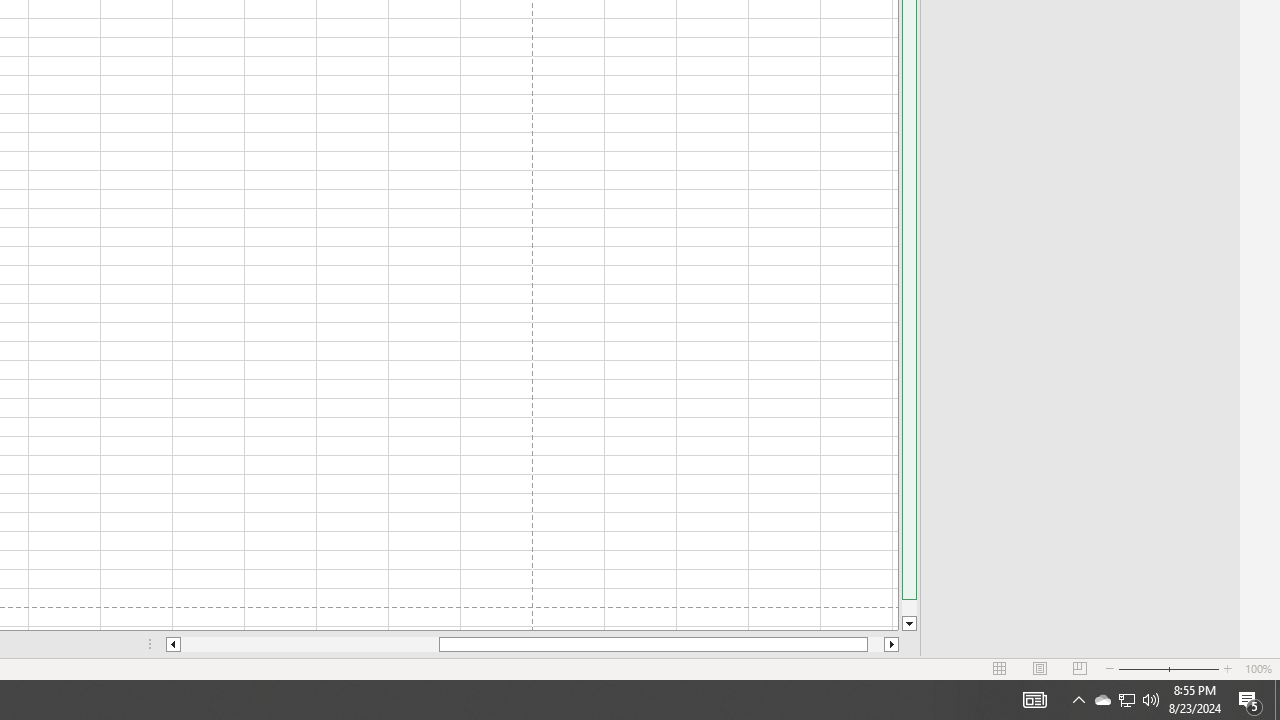 The height and width of the screenshot is (720, 1280). Describe the element at coordinates (1143, 669) in the screenshot. I see `'Zoom Out'` at that location.